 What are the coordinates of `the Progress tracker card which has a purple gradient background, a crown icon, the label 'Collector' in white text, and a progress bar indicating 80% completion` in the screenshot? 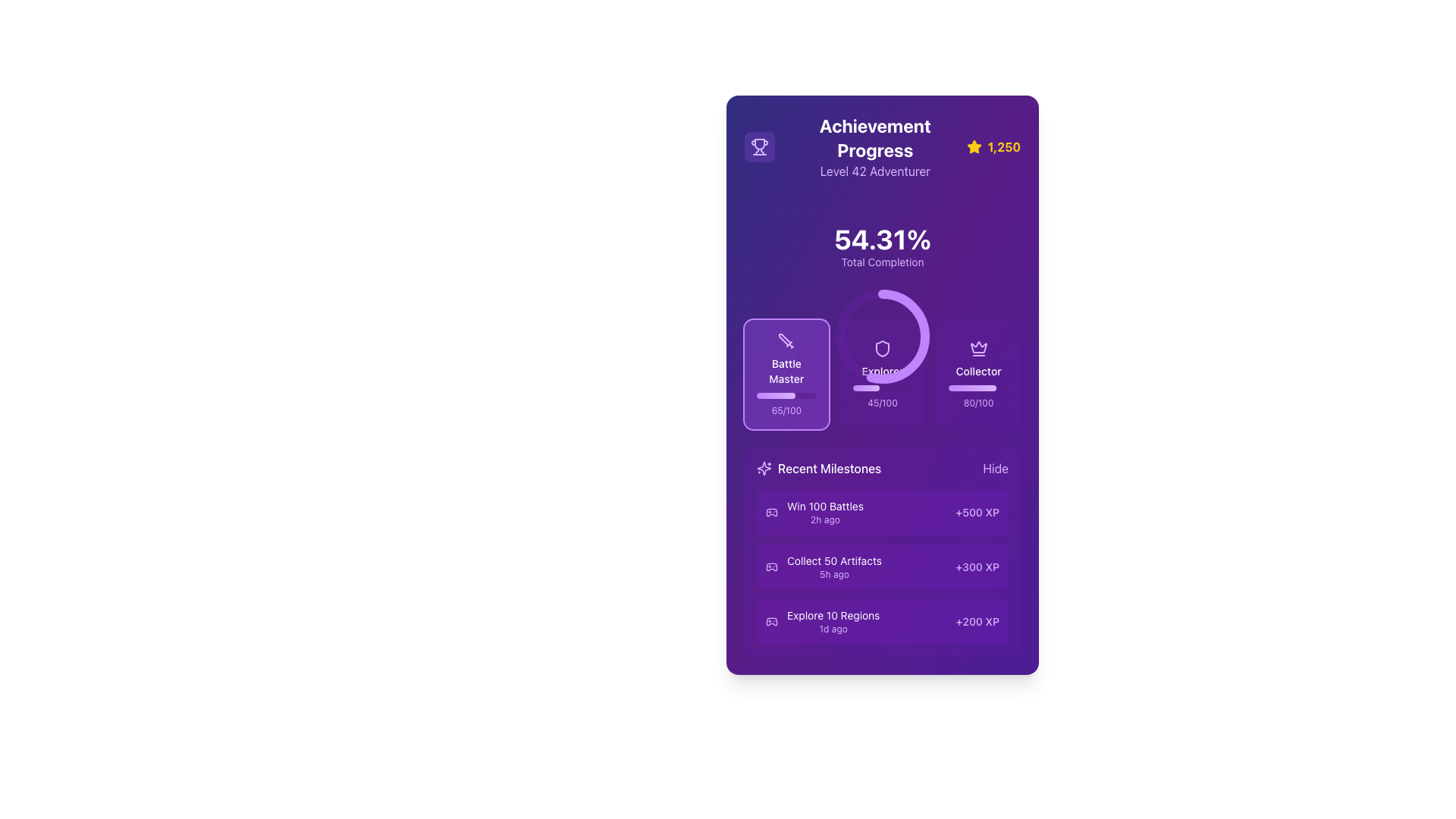 It's located at (978, 374).